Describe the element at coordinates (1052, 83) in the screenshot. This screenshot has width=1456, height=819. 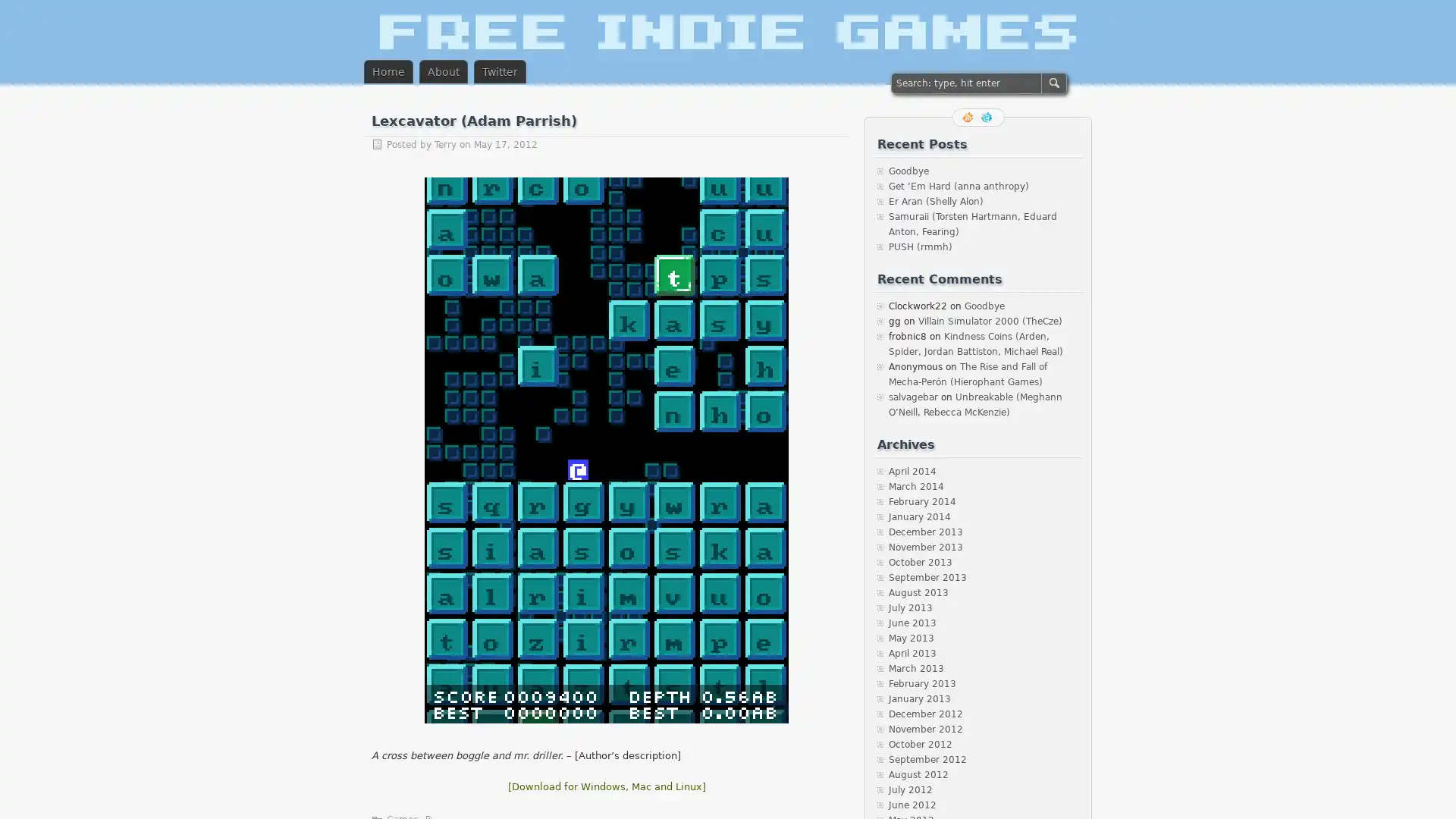
I see `SEARCH` at that location.